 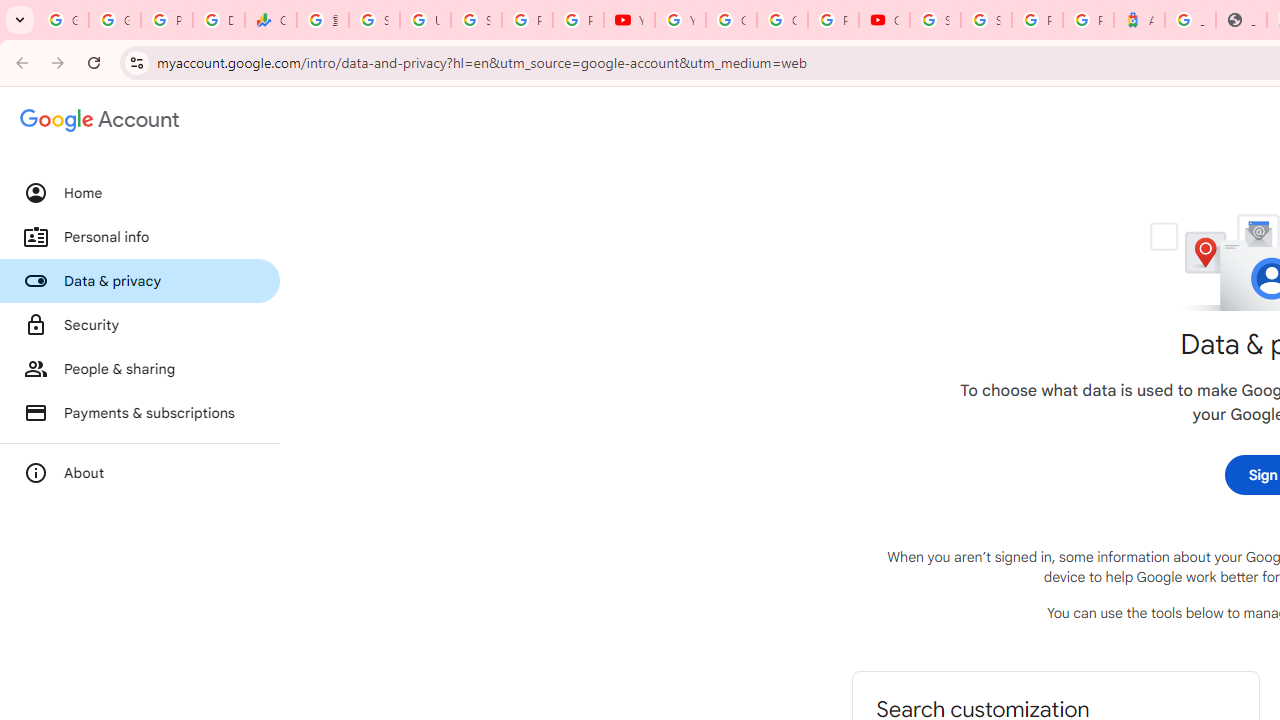 I want to click on 'More information about the Google Account', so click(x=139, y=473).